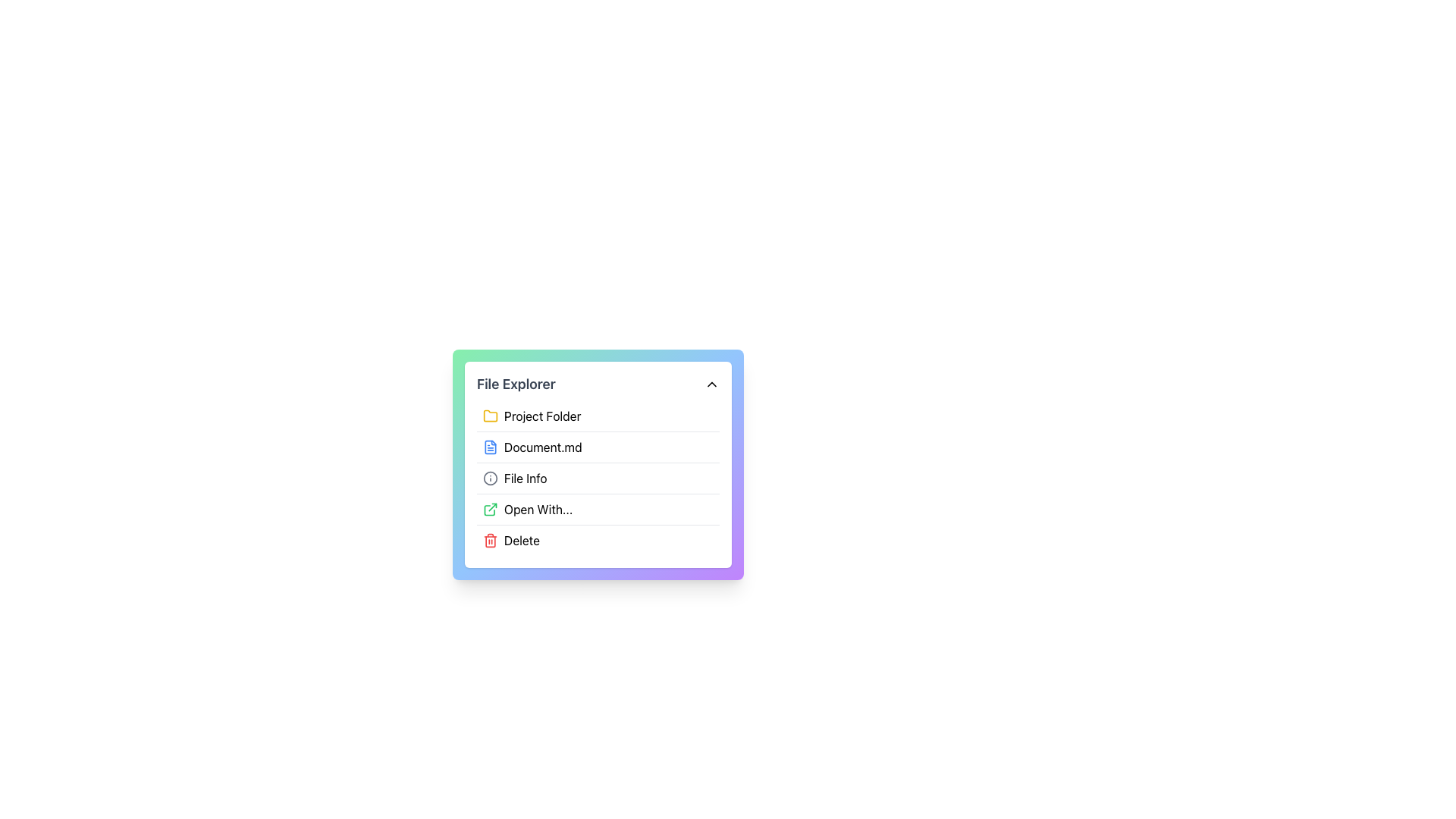 Image resolution: width=1456 pixels, height=819 pixels. Describe the element at coordinates (491, 415) in the screenshot. I see `the folder icon representing the 'Project Folder' option in the 'File Explorer' menu` at that location.